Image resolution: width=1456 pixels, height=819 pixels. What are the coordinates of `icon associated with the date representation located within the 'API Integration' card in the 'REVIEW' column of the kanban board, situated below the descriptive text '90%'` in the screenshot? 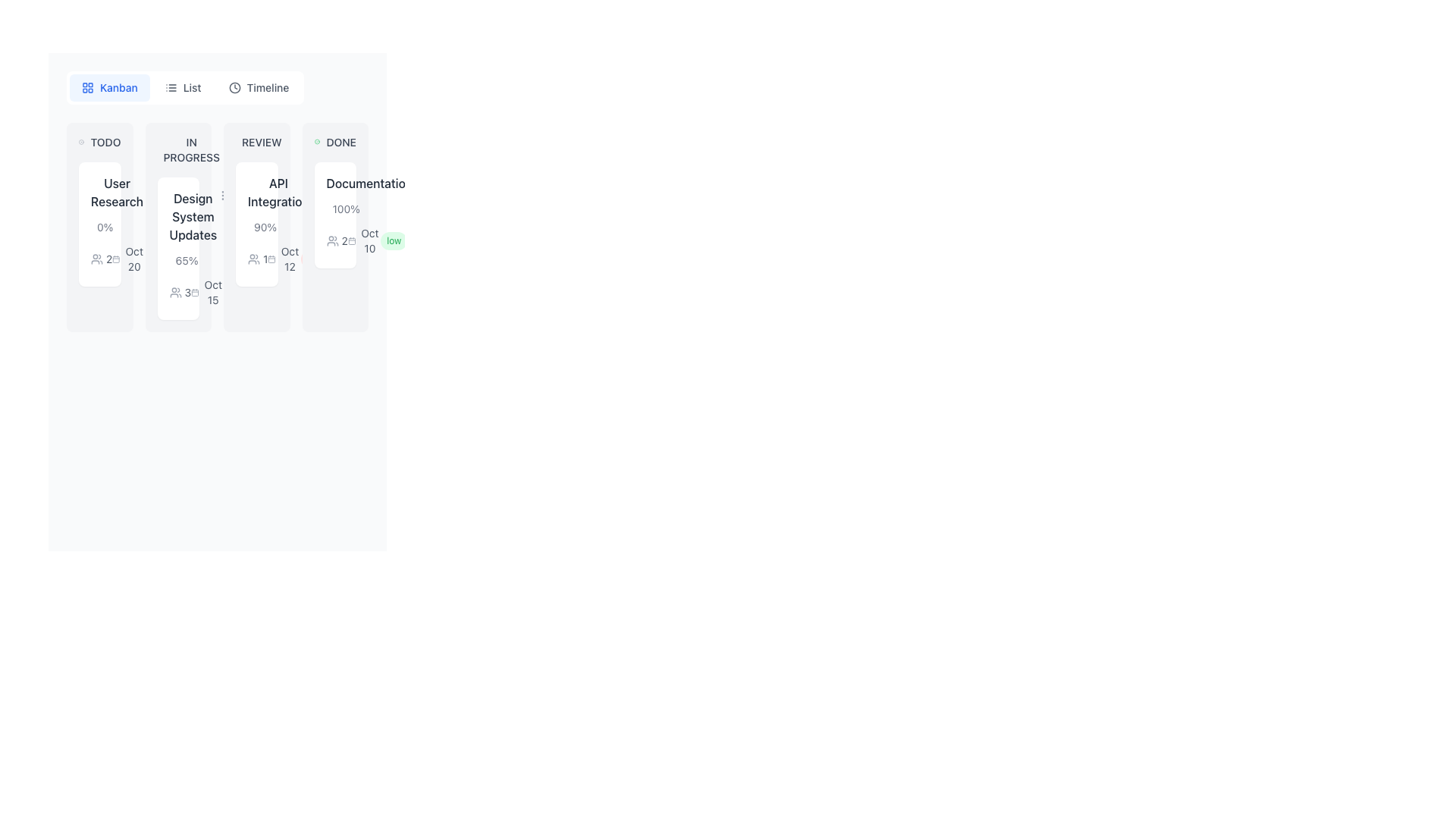 It's located at (284, 259).